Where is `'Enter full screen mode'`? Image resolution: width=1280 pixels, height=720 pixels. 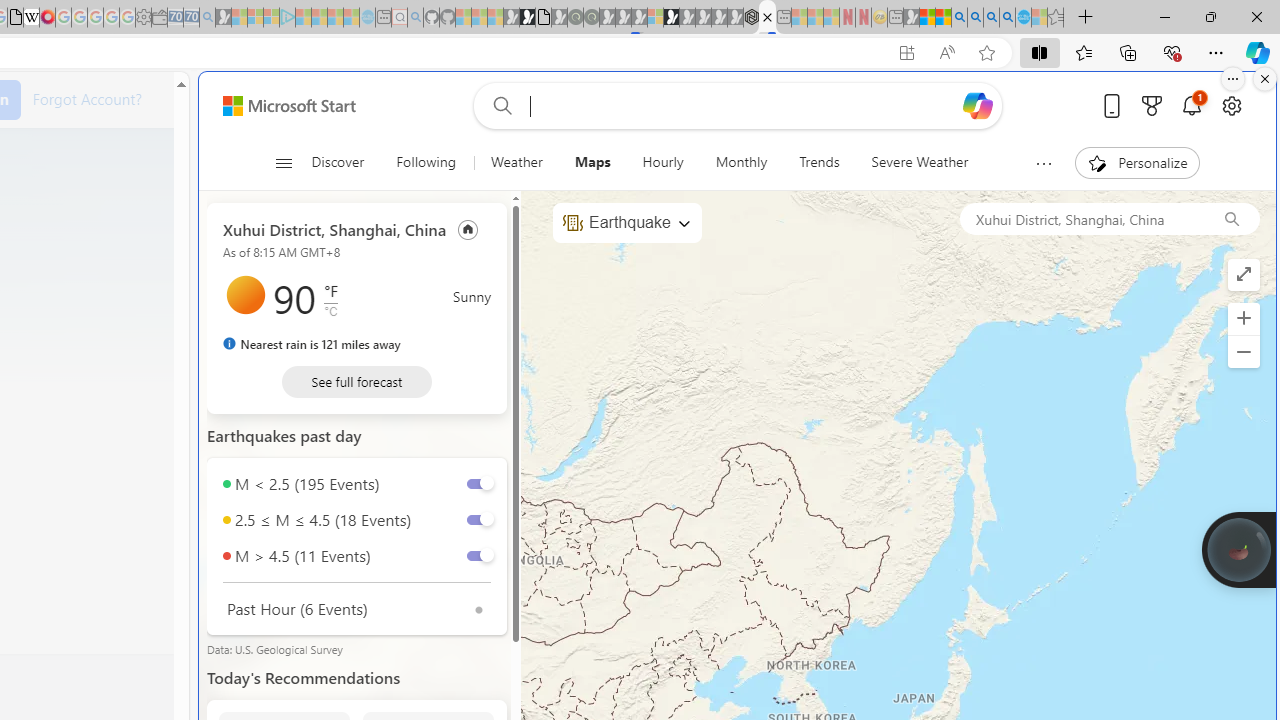 'Enter full screen mode' is located at coordinates (1242, 275).